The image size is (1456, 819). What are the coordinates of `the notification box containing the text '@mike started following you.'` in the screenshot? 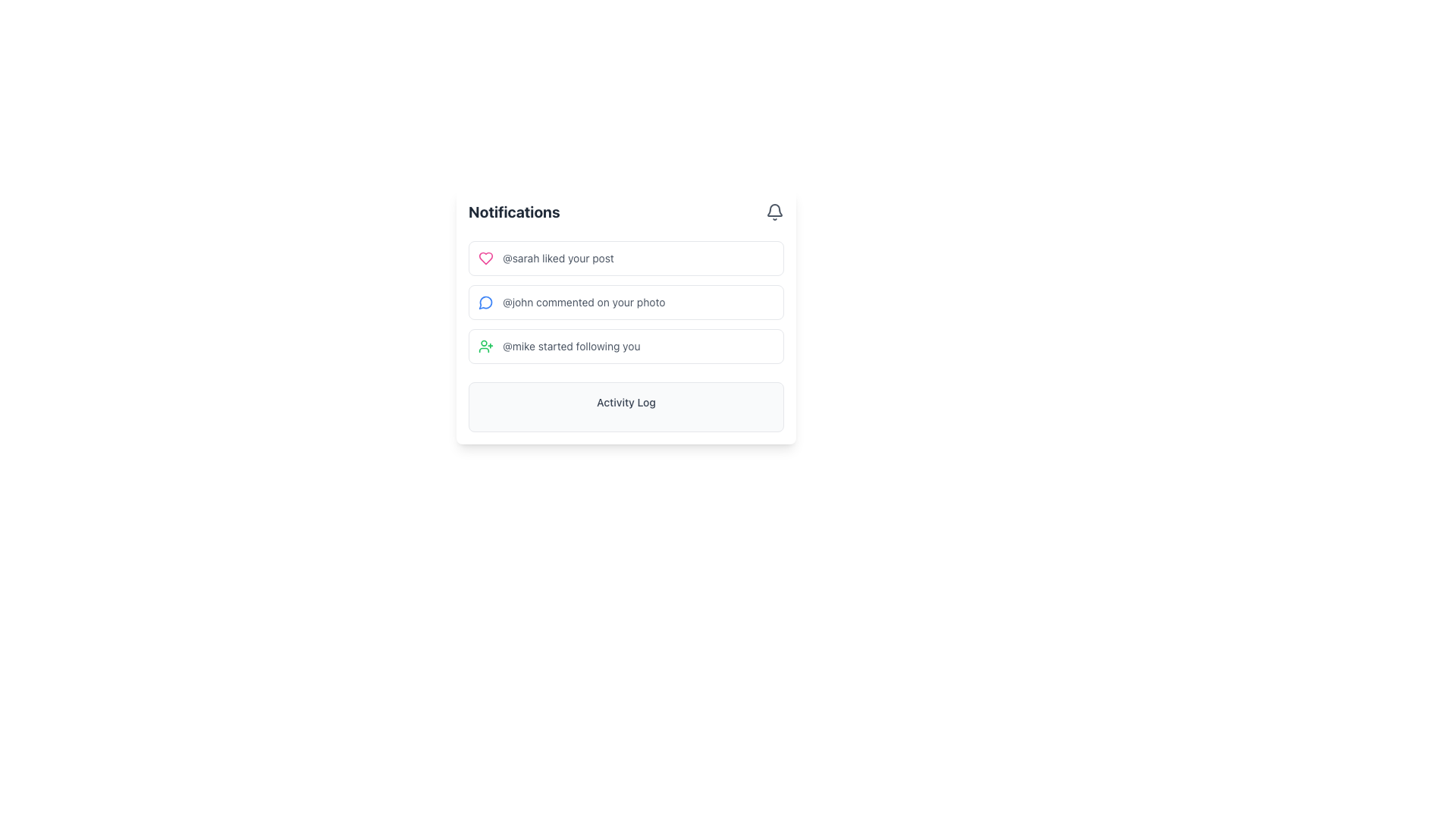 It's located at (626, 346).